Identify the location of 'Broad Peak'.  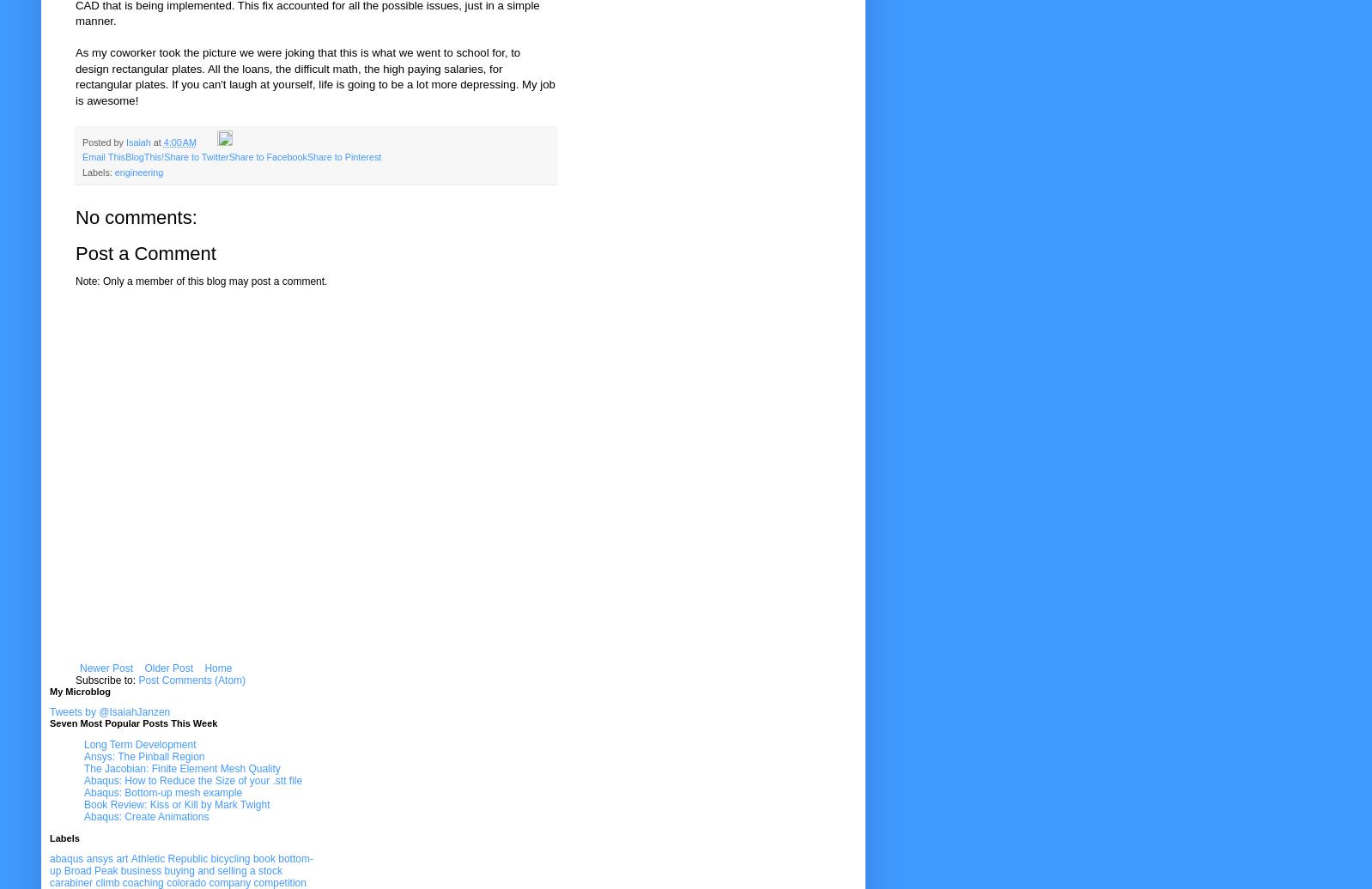
(89, 870).